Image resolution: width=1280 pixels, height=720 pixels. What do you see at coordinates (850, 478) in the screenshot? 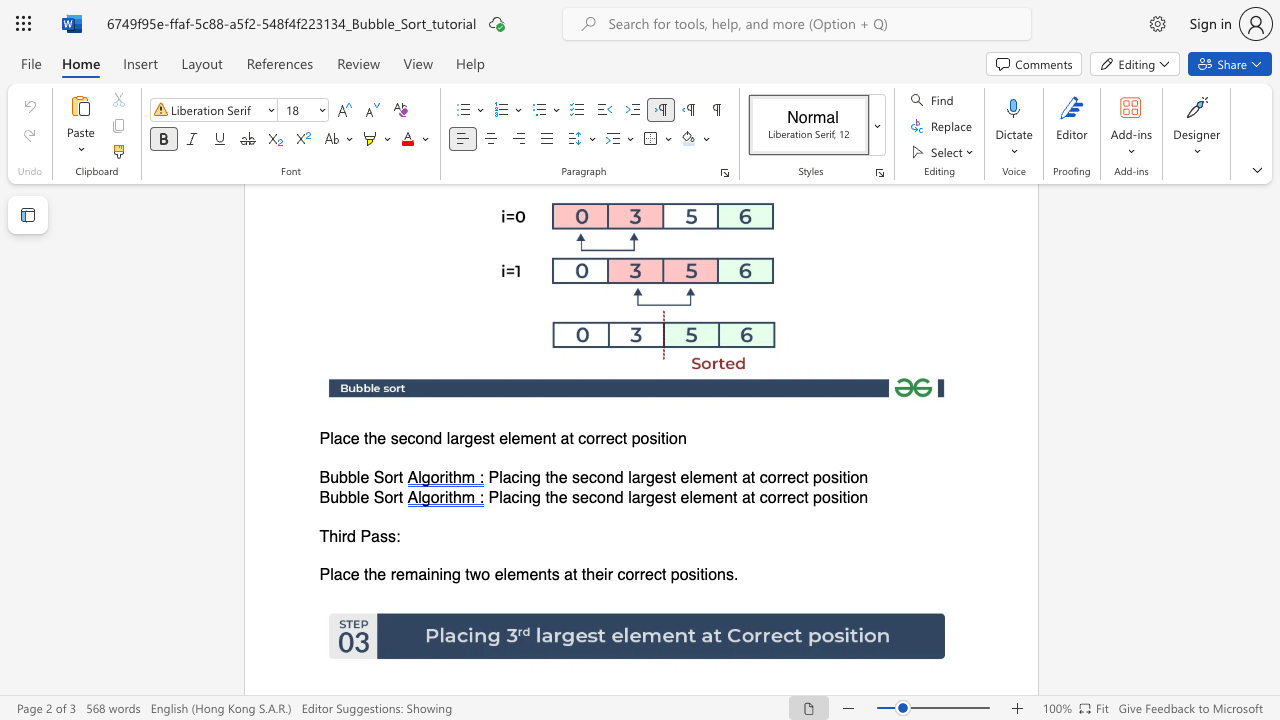
I see `the subset text "on" within the text "Placing the second largest element at correct position"` at bounding box center [850, 478].